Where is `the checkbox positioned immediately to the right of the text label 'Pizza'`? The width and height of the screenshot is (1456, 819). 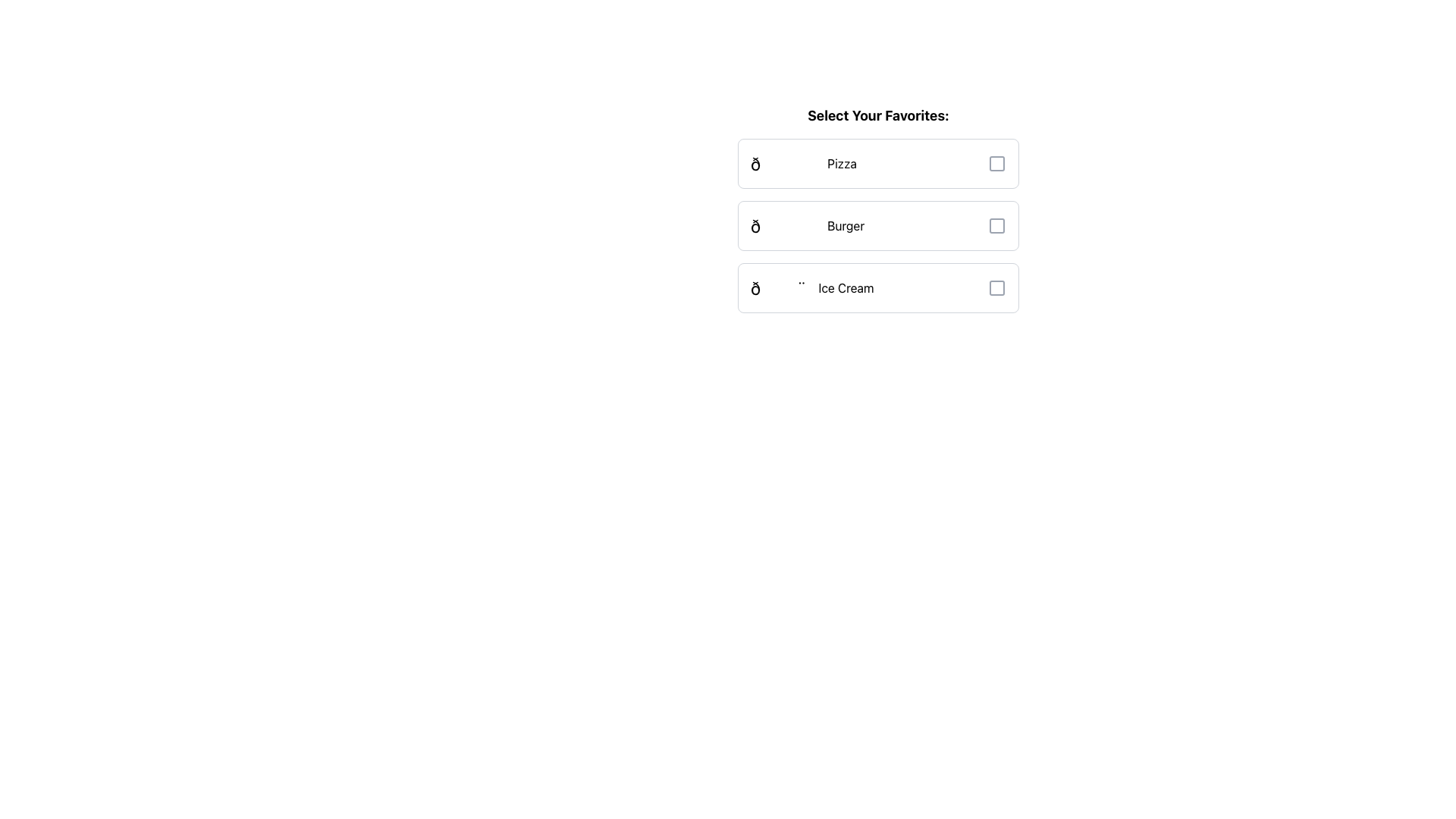
the checkbox positioned immediately to the right of the text label 'Pizza' is located at coordinates (997, 164).